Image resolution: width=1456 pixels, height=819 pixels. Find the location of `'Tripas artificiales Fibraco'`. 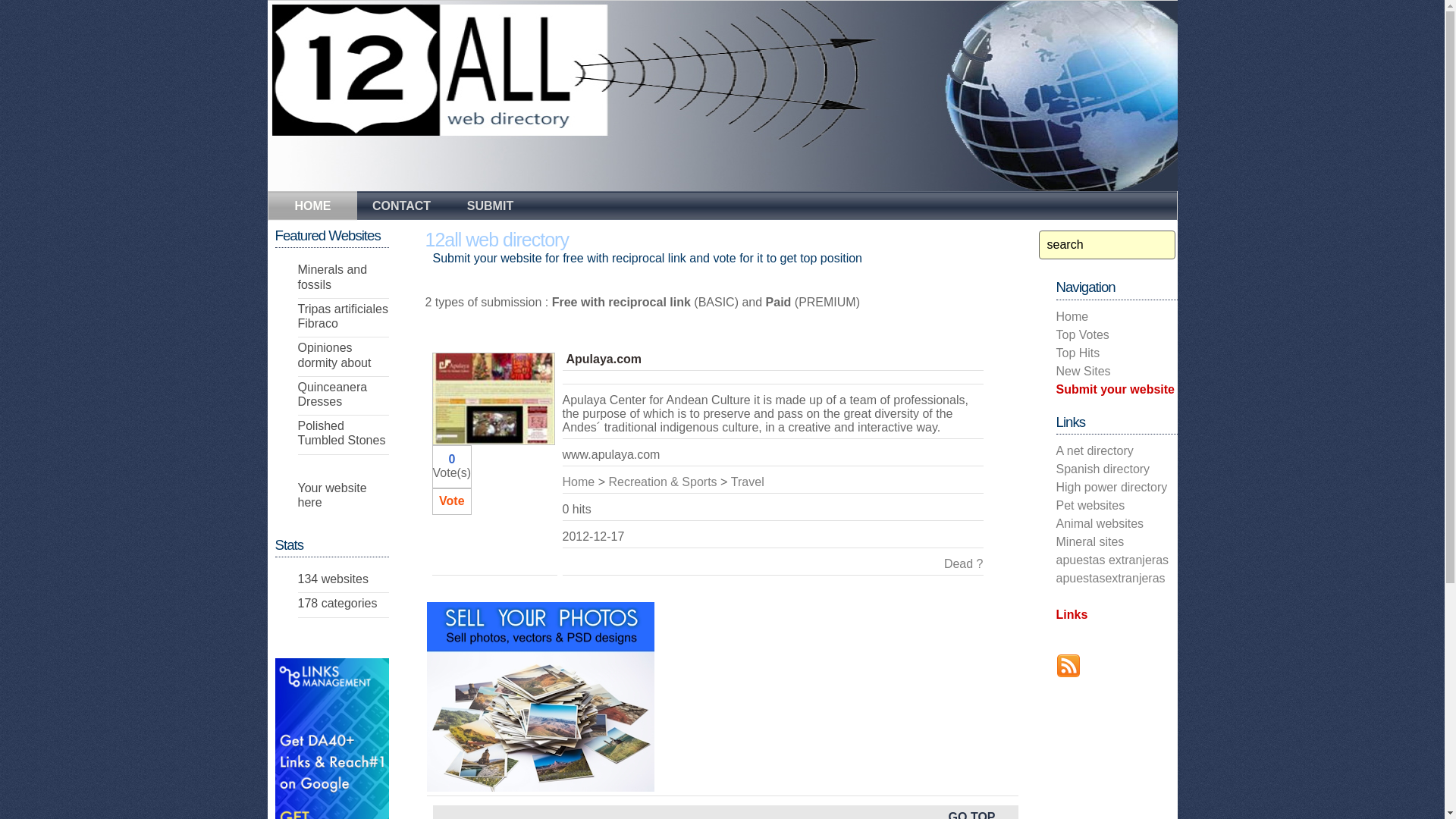

'Tripas artificiales Fibraco' is located at coordinates (297, 315).